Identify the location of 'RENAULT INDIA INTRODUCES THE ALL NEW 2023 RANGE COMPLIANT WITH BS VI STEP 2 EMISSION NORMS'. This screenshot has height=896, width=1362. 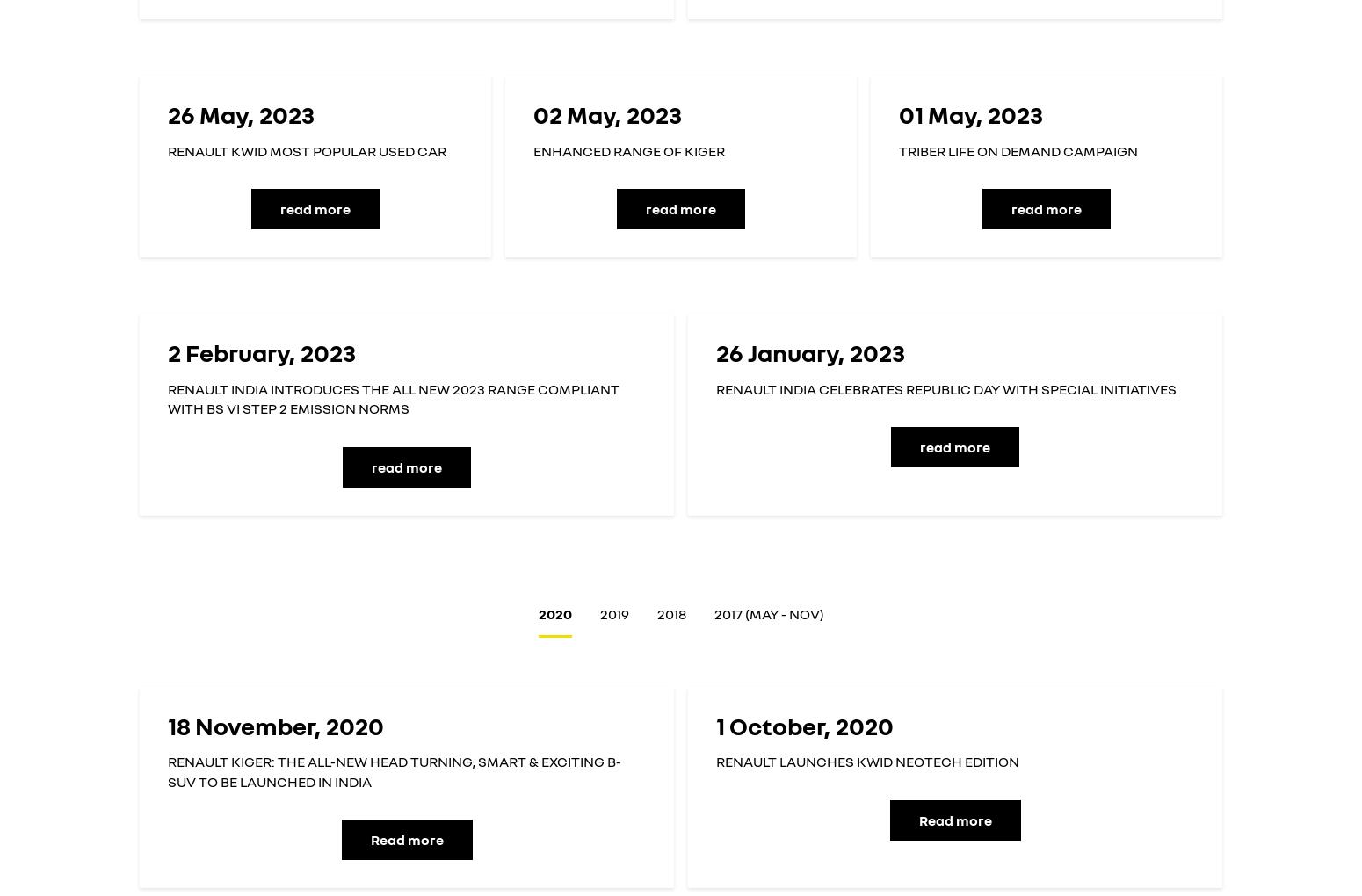
(393, 398).